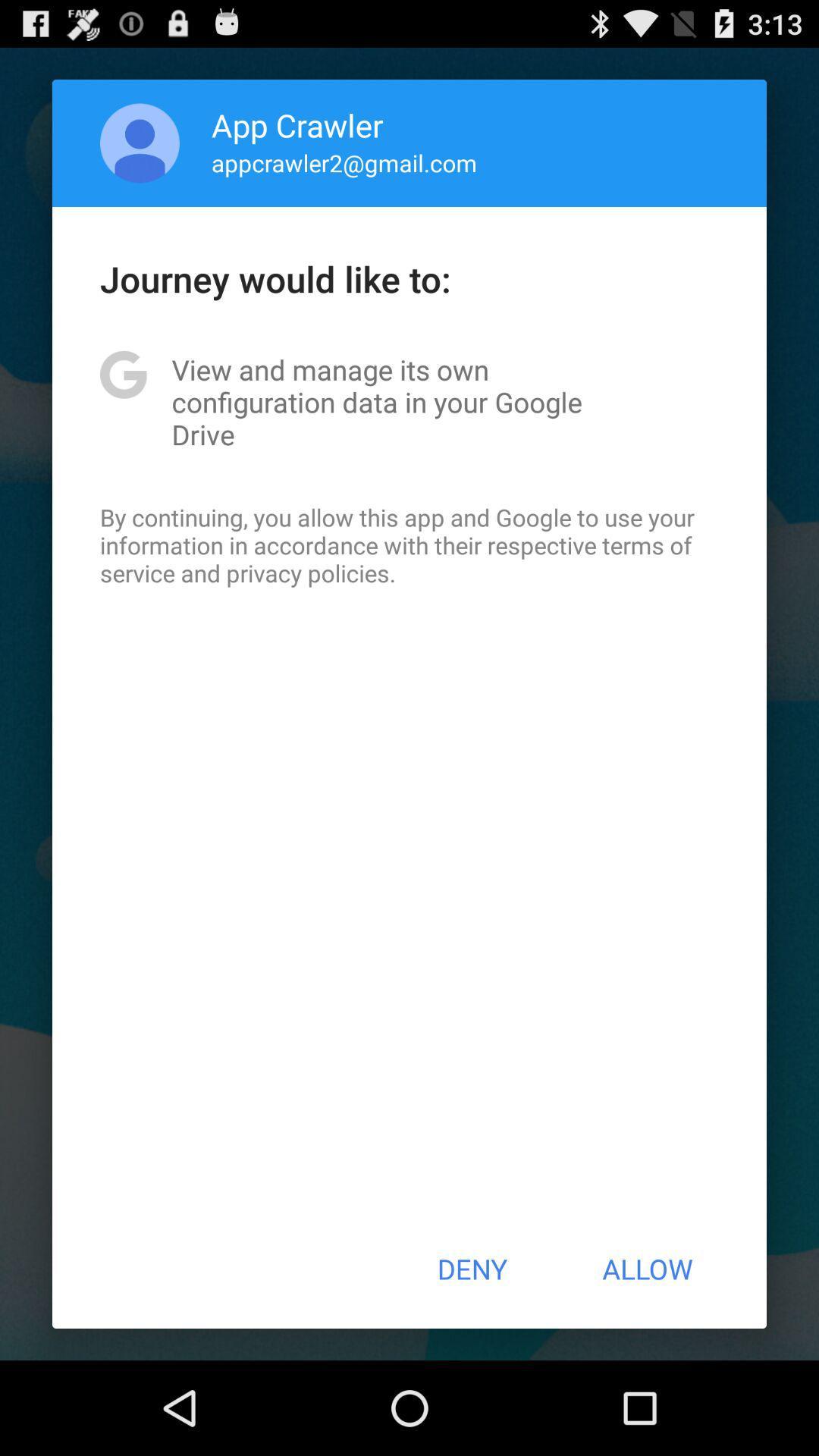  I want to click on app crawler icon, so click(297, 124).